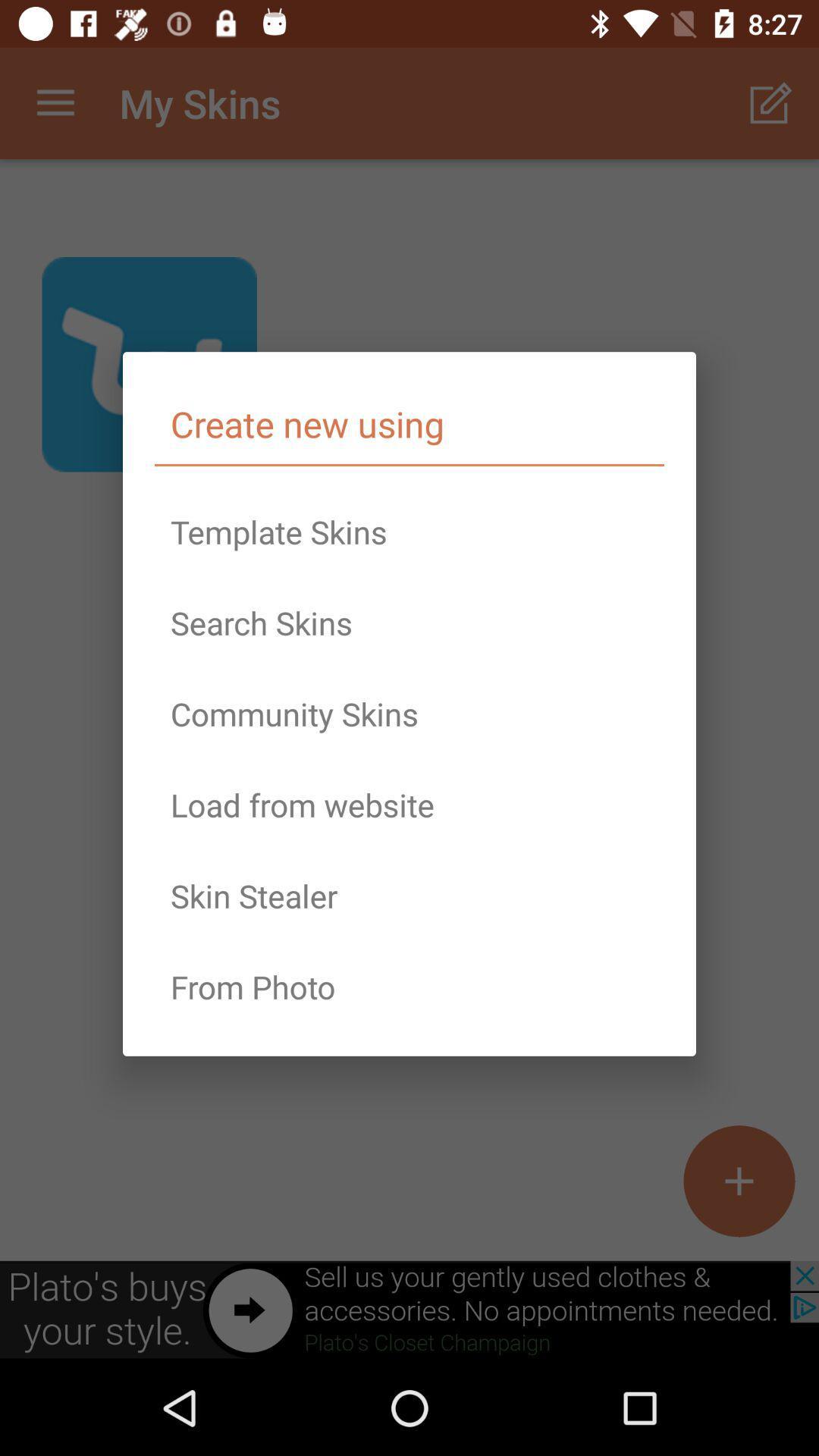 Image resolution: width=819 pixels, height=1456 pixels. What do you see at coordinates (409, 896) in the screenshot?
I see `the skin stealer` at bounding box center [409, 896].